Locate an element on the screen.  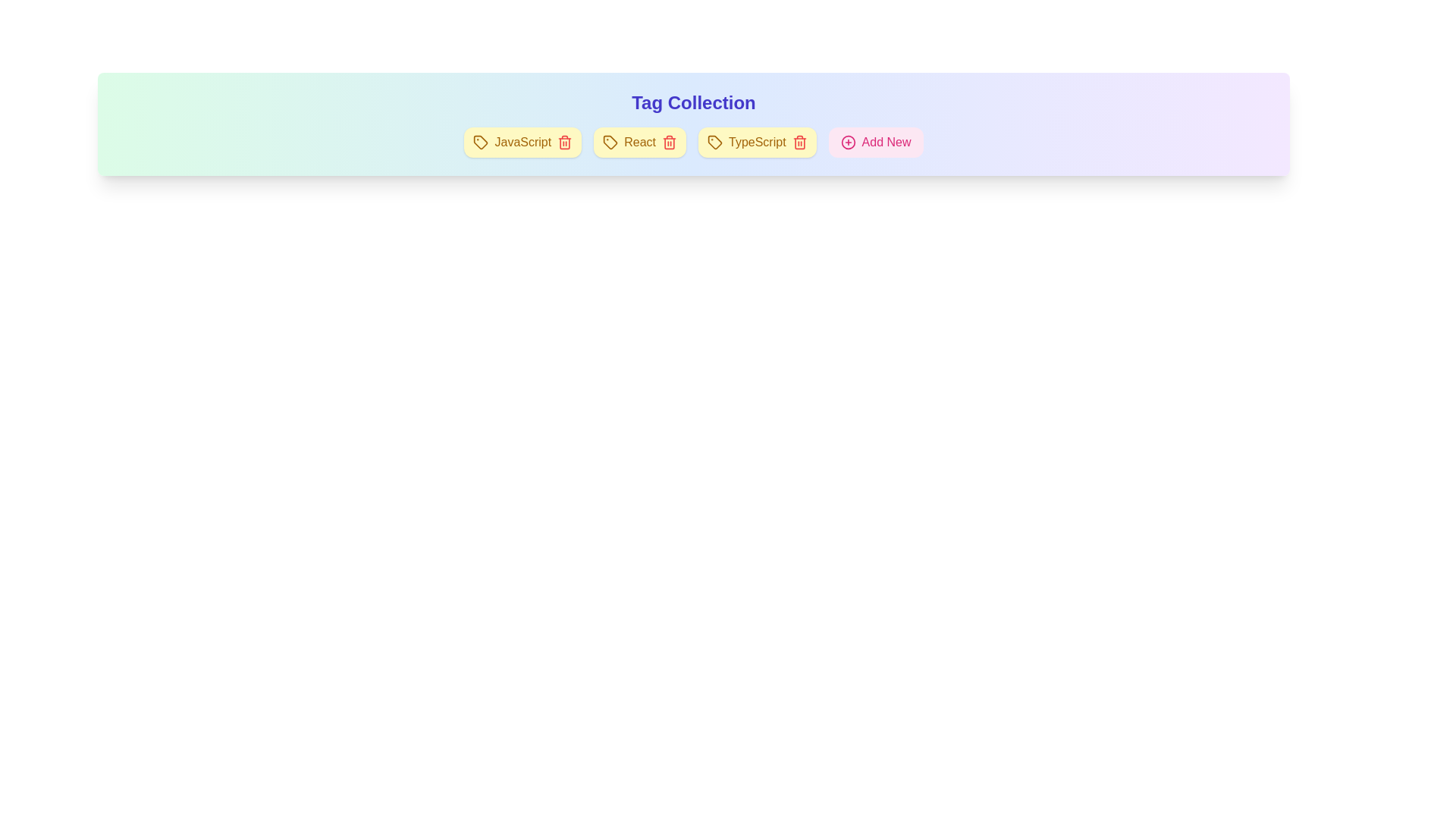
the second interactive tag button labeled 'React', which has a light yellow pill-shaped background and a delete icon on the right is located at coordinates (640, 143).